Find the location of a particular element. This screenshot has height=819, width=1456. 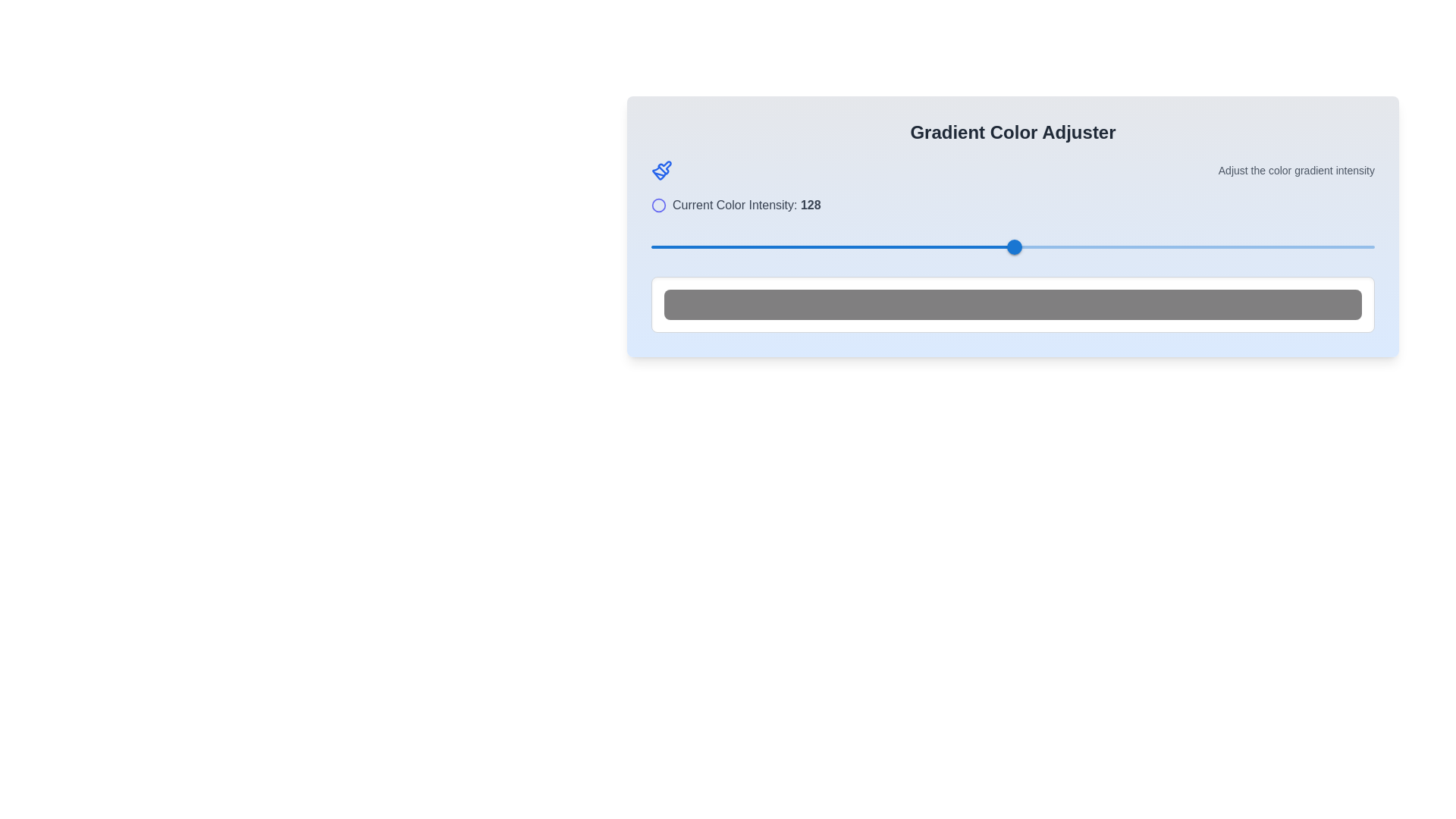

the gradient color intensity is located at coordinates (867, 246).